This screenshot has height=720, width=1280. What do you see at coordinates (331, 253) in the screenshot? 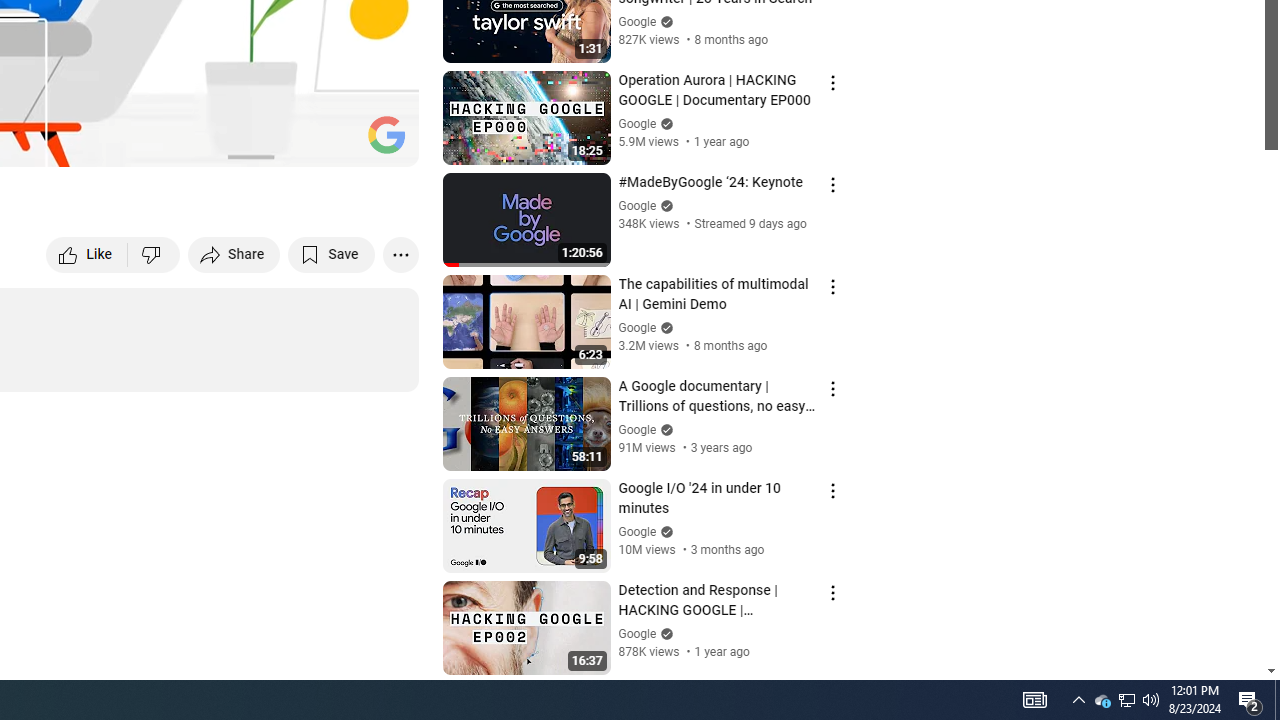
I see `'Save to playlist'` at bounding box center [331, 253].